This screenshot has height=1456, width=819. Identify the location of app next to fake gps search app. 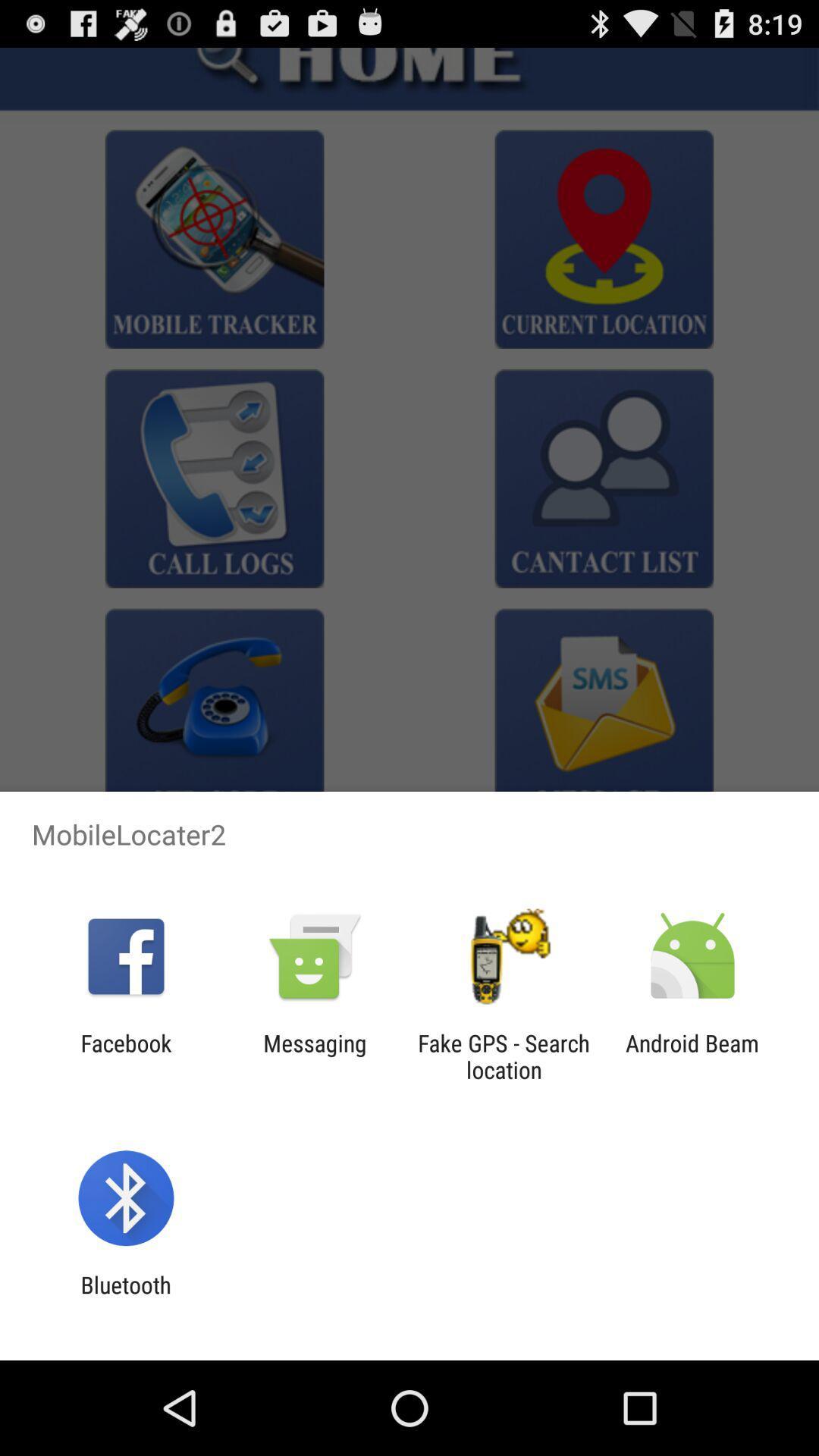
(692, 1056).